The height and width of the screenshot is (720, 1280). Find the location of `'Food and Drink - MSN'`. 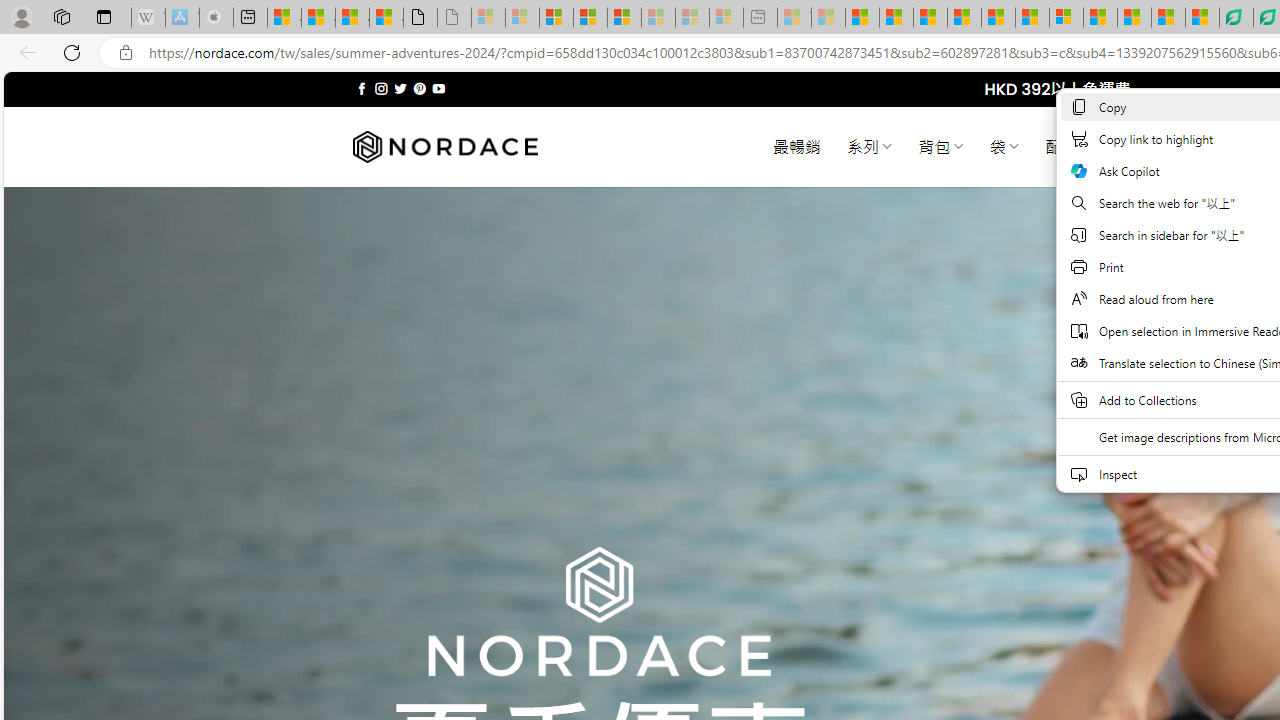

'Food and Drink - MSN' is located at coordinates (895, 17).